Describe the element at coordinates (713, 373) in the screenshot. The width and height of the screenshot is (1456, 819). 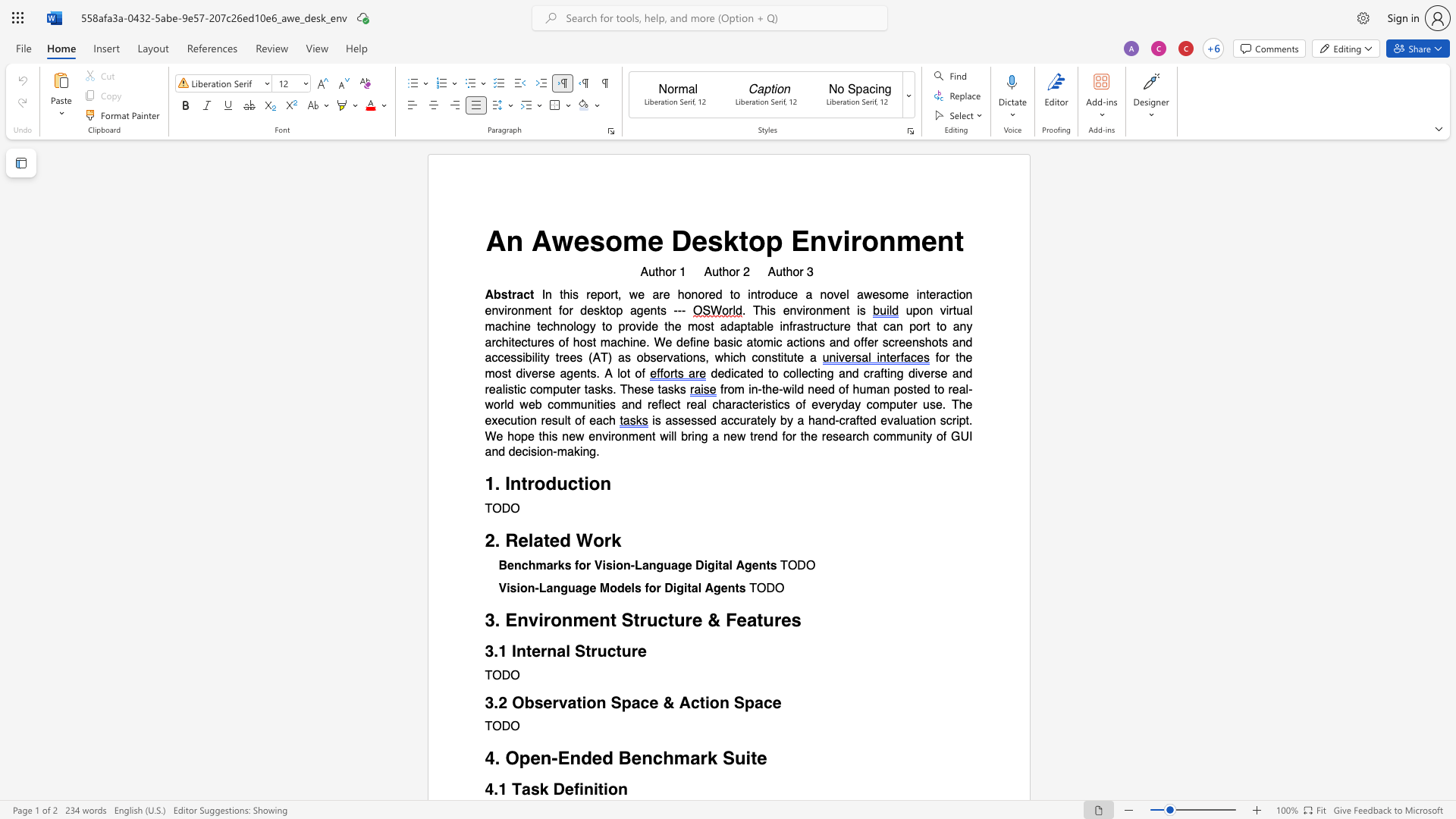
I see `the 1th character "d" in the text` at that location.